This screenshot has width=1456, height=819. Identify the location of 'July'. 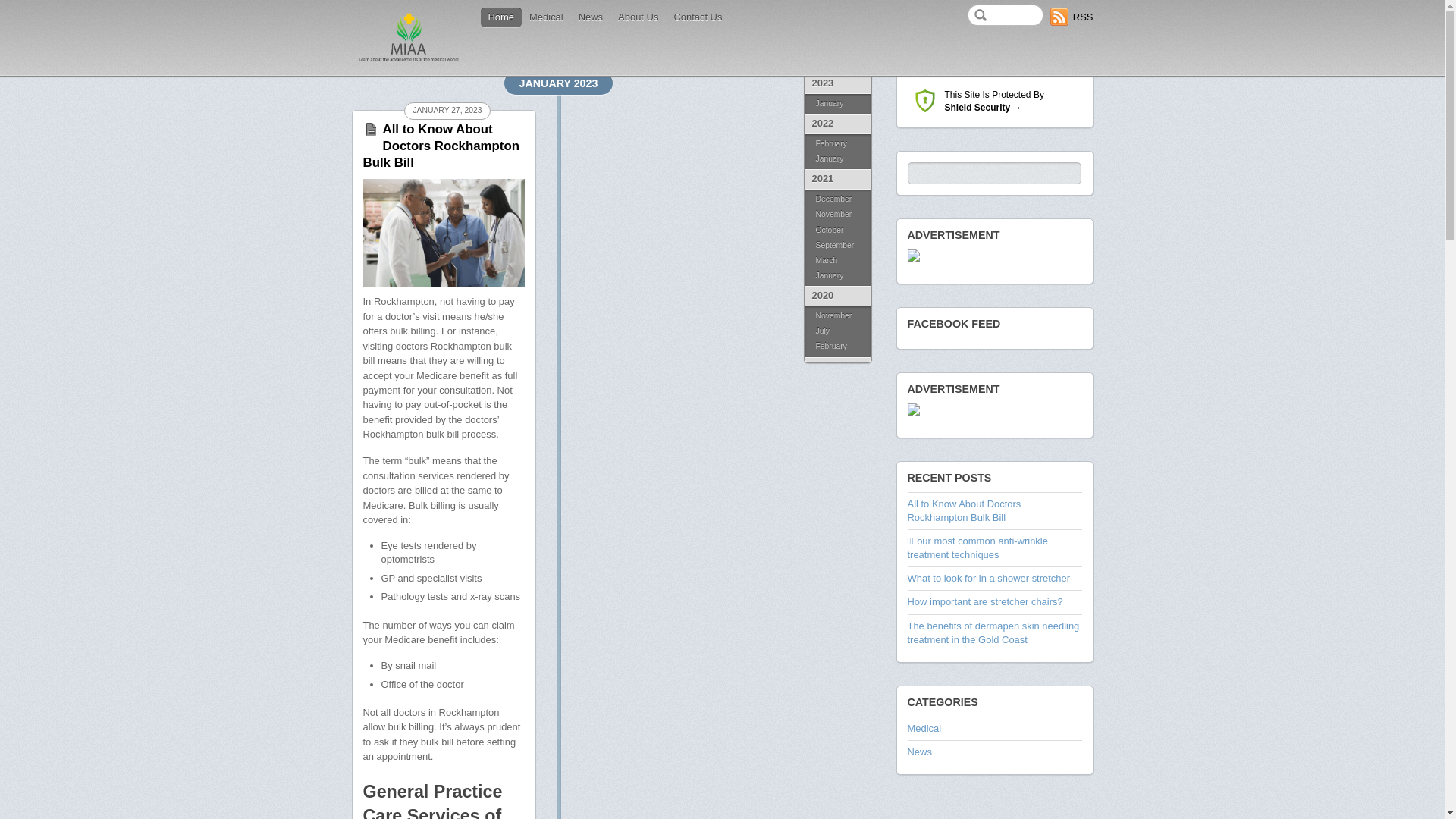
(836, 330).